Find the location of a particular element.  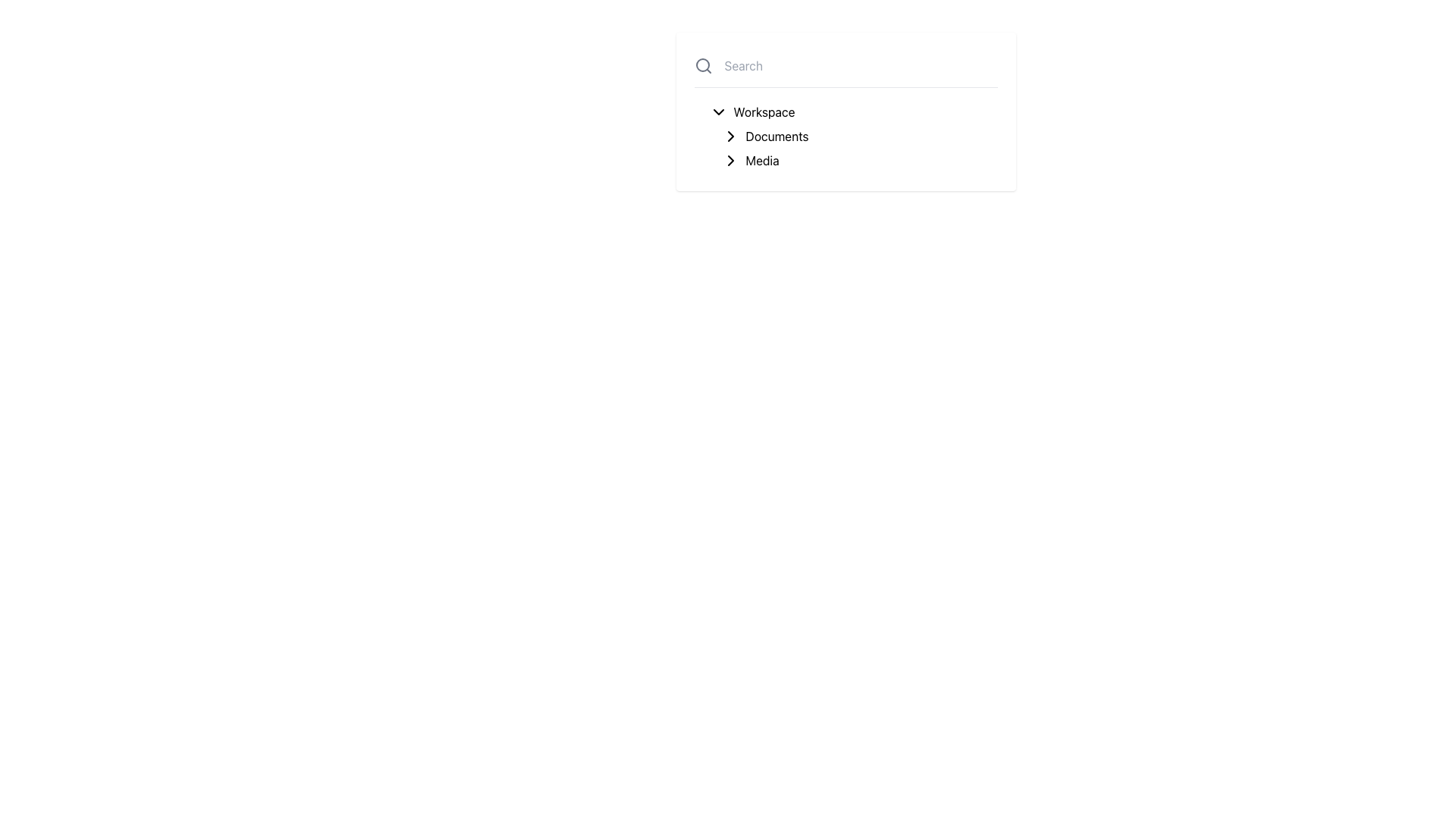

the second list item under the 'Workspace' section is located at coordinates (852, 136).